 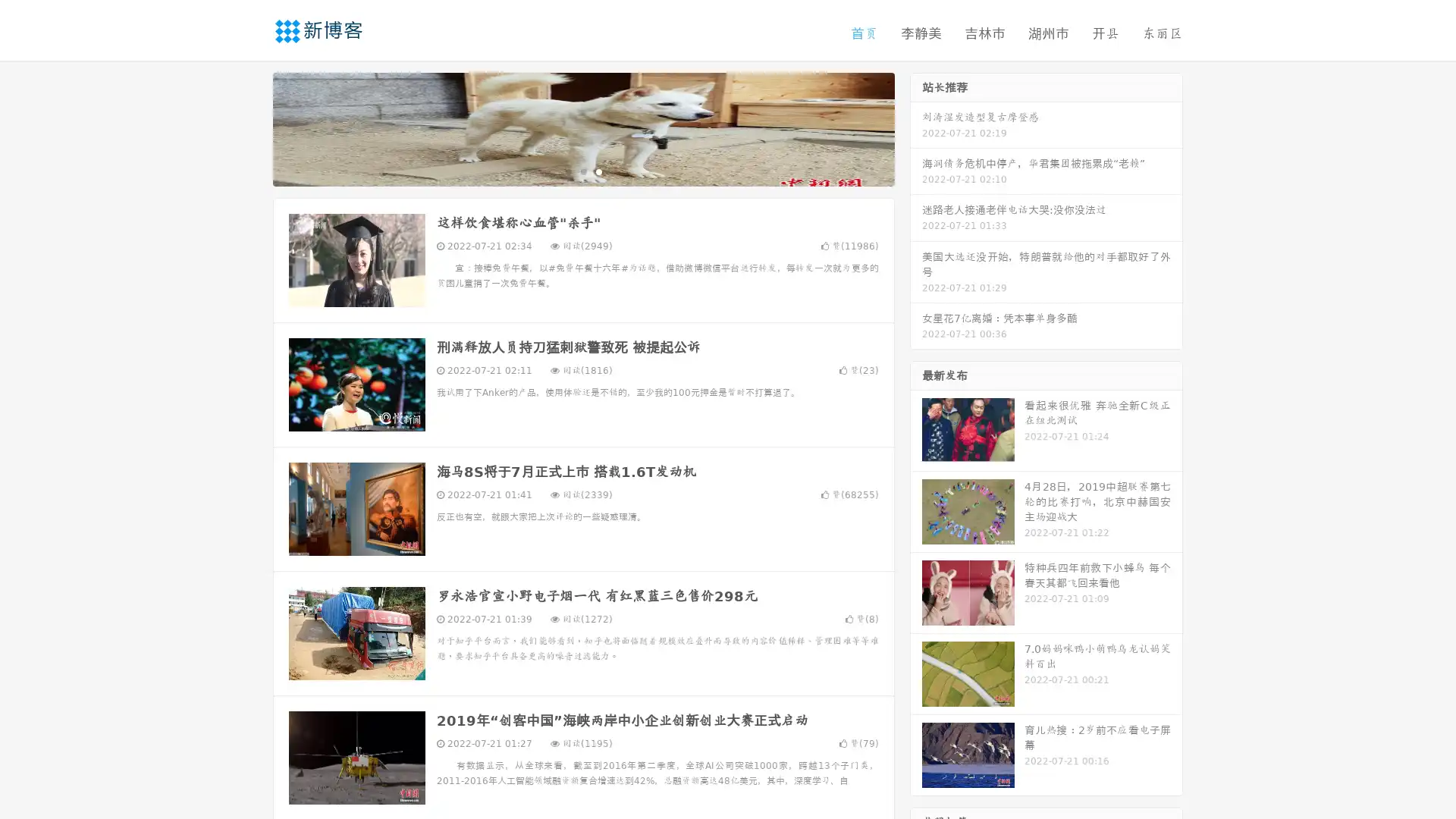 I want to click on Go to slide 3, so click(x=598, y=171).